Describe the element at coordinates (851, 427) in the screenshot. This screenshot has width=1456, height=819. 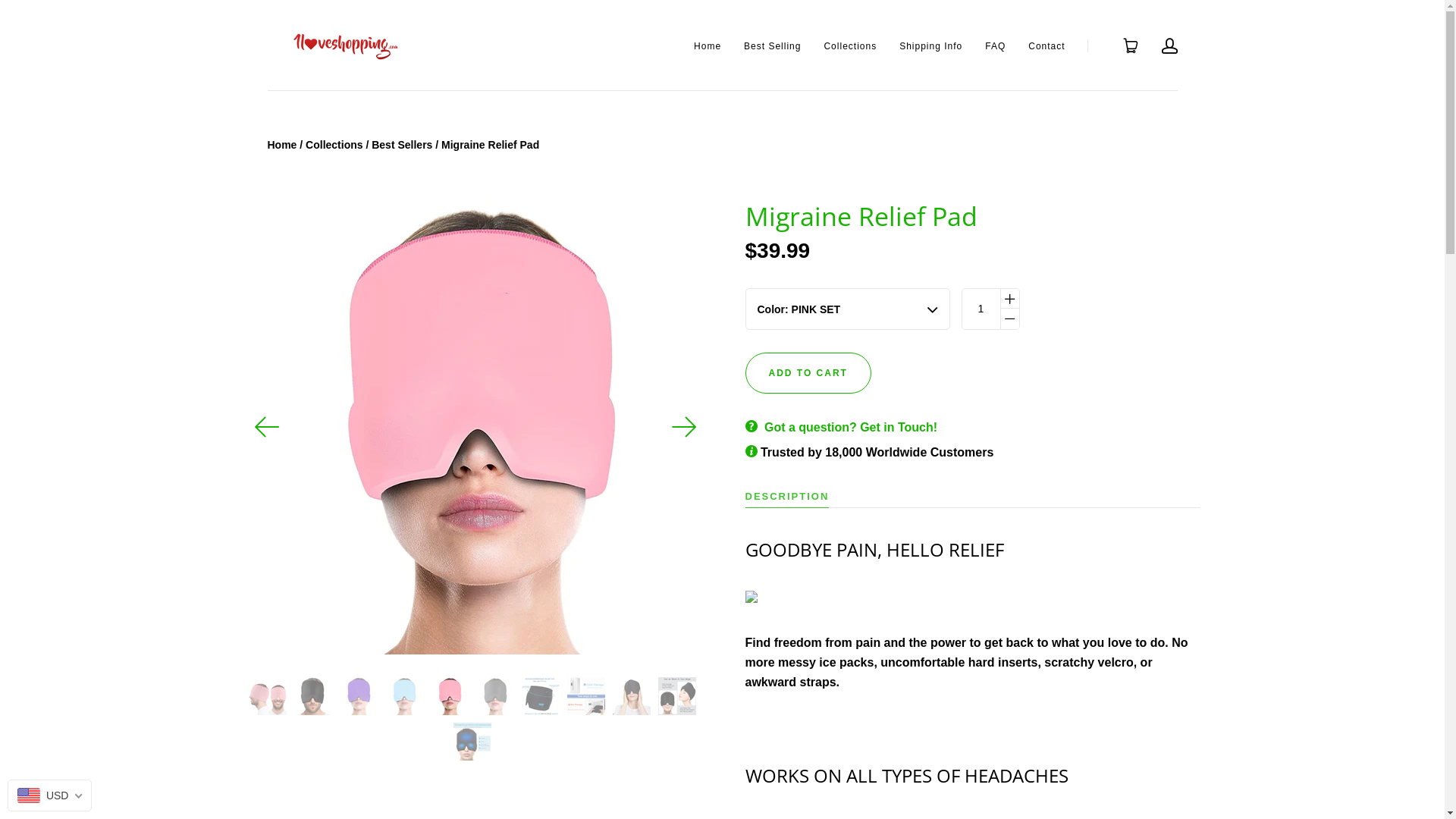
I see `'Got a question? Get in Touch!'` at that location.